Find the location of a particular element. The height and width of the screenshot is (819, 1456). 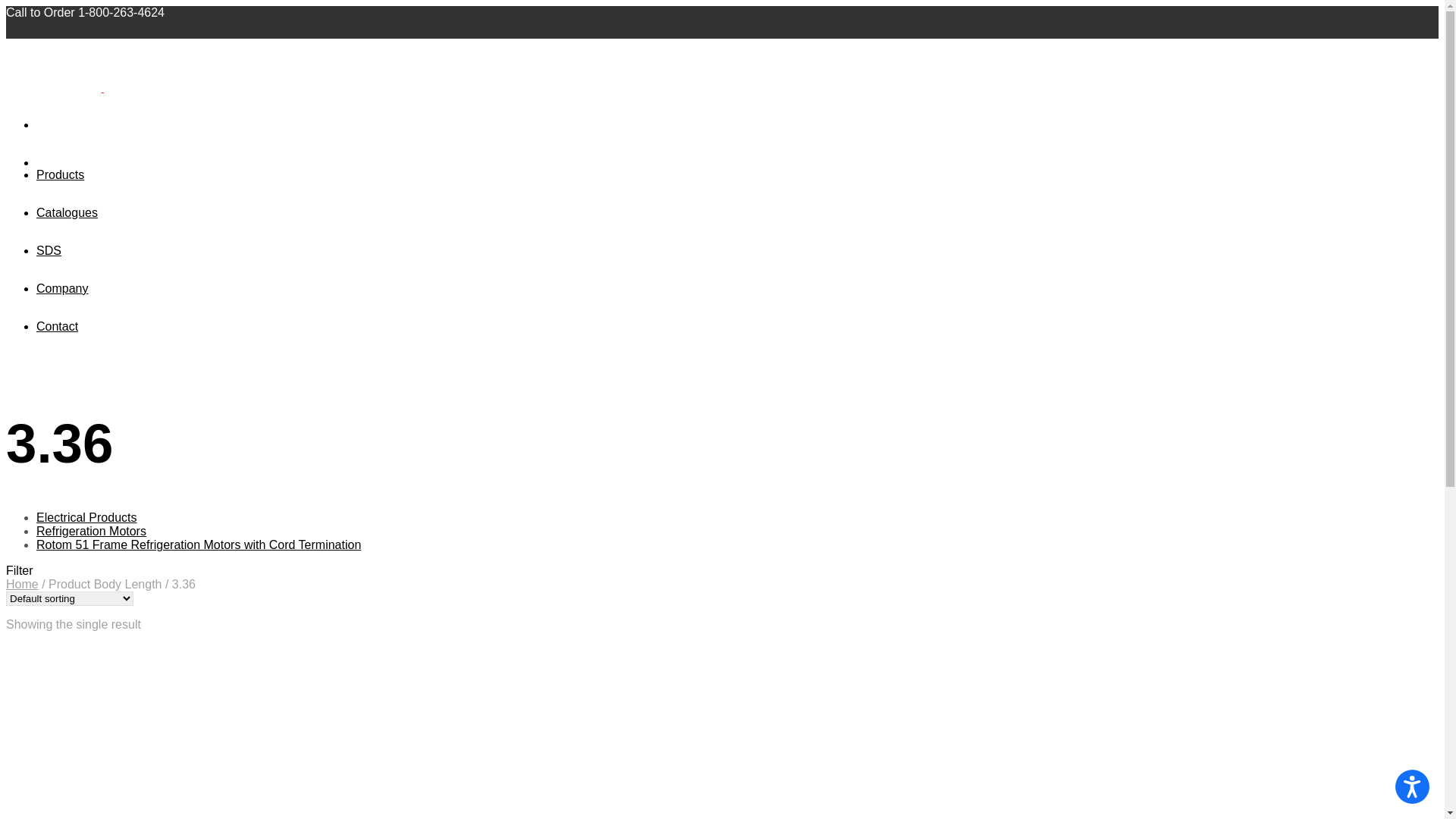

'Company' is located at coordinates (61, 288).